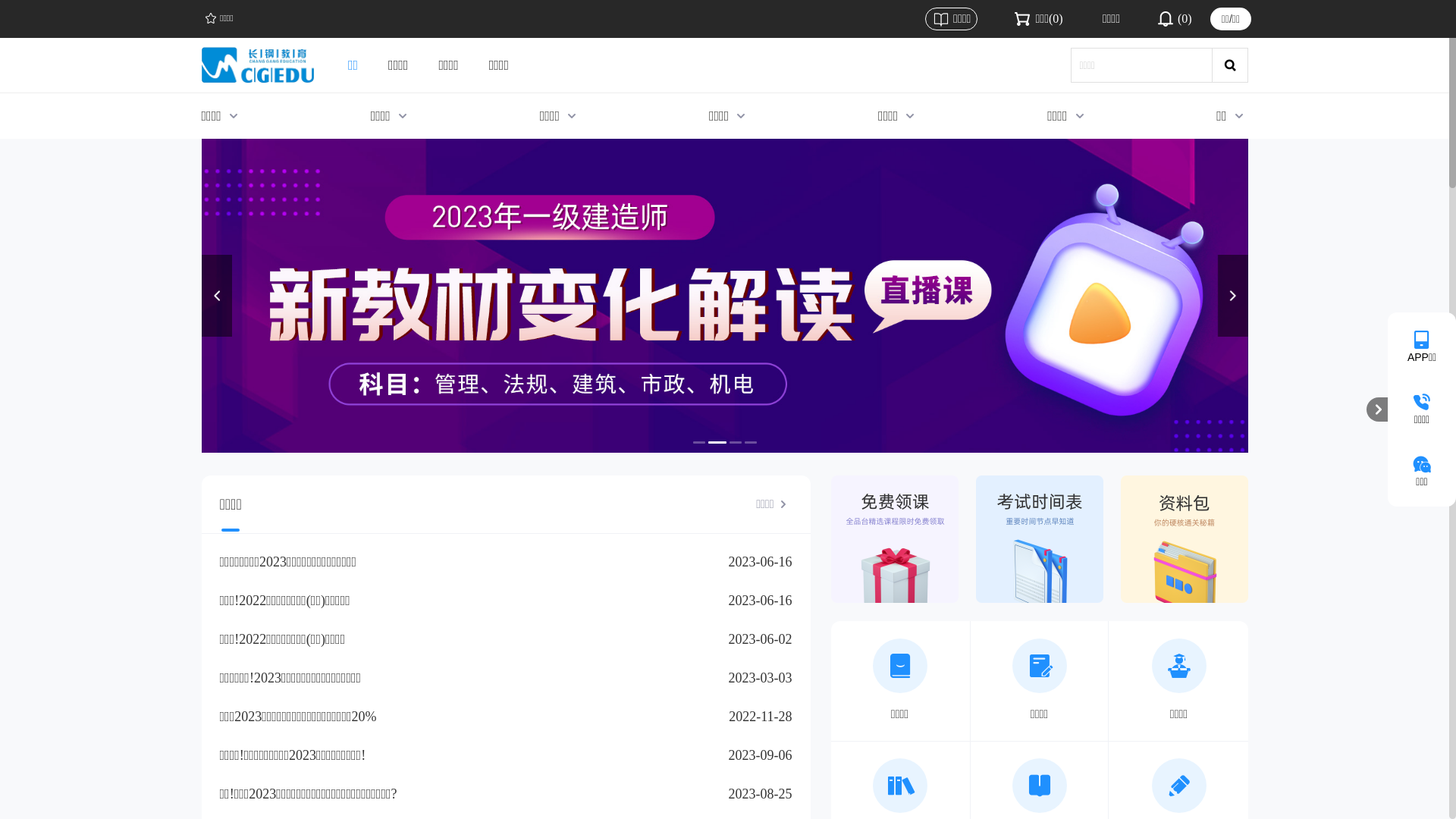 This screenshot has height=819, width=1456. I want to click on '4', so click(749, 442).